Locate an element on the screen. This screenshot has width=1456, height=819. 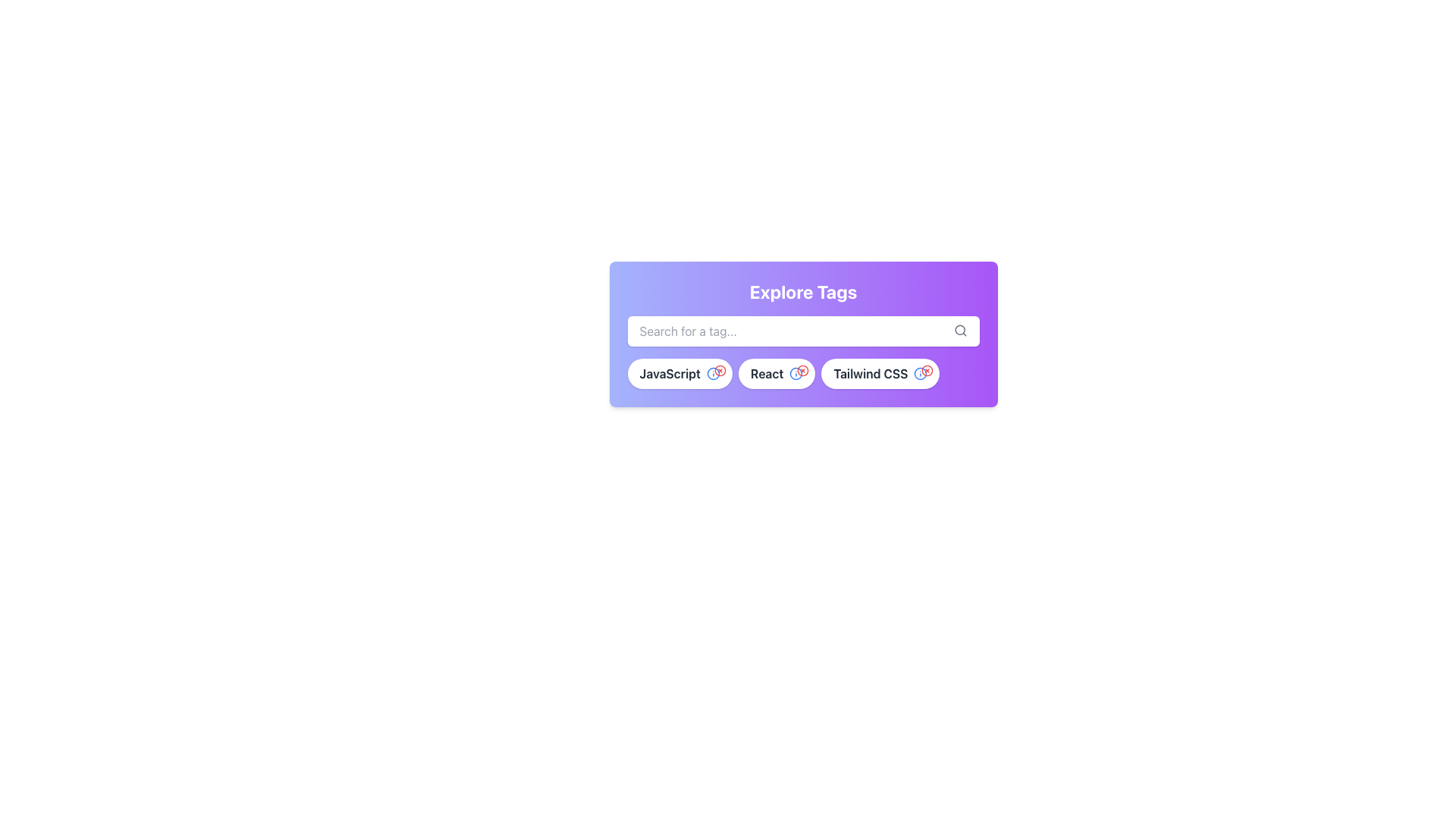
the circular vector graphic search icon element, which is gray in color and located to the right of the search input field is located at coordinates (959, 329).